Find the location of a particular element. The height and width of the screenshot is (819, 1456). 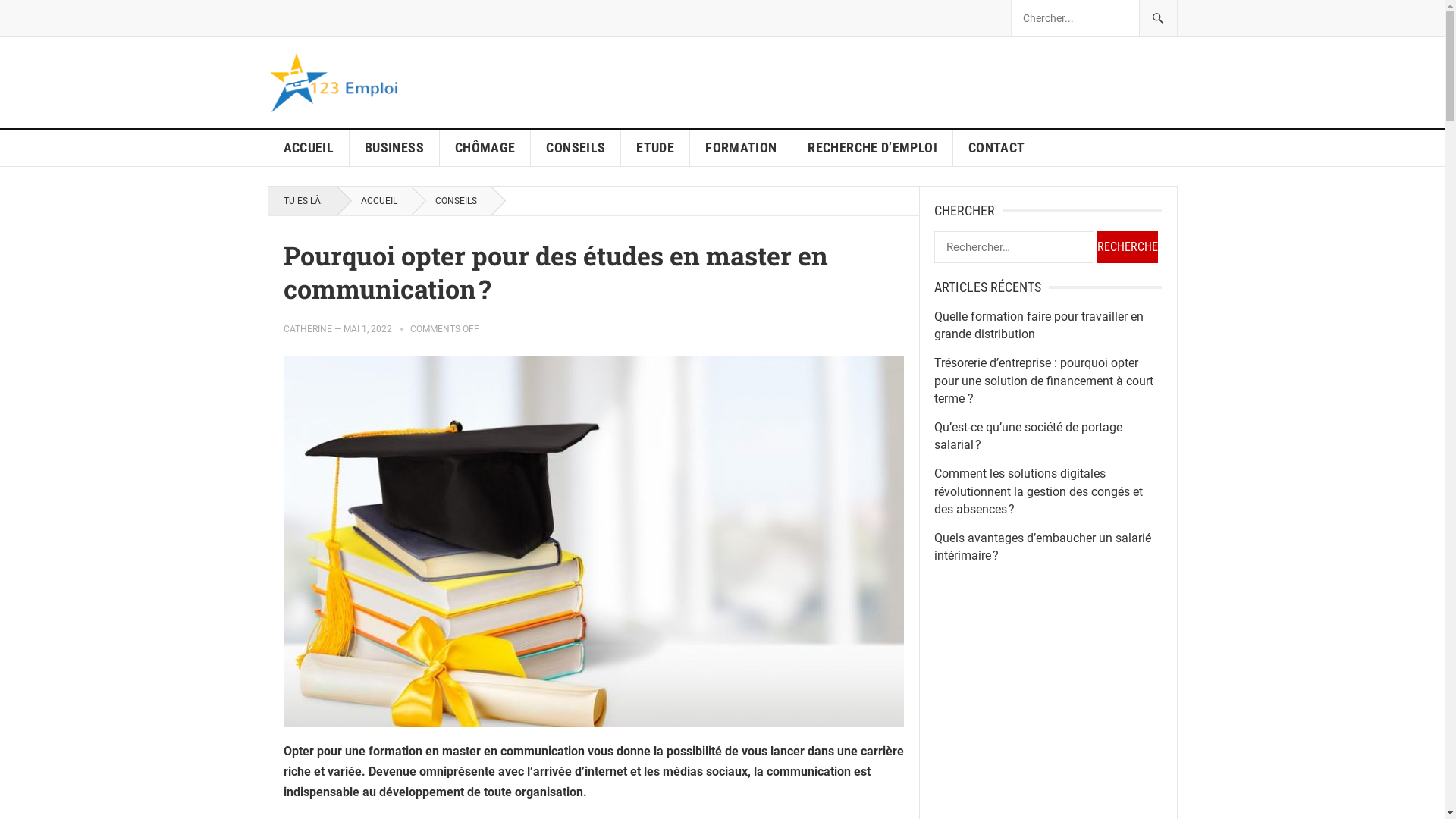

'BUSINESS' is located at coordinates (394, 148).